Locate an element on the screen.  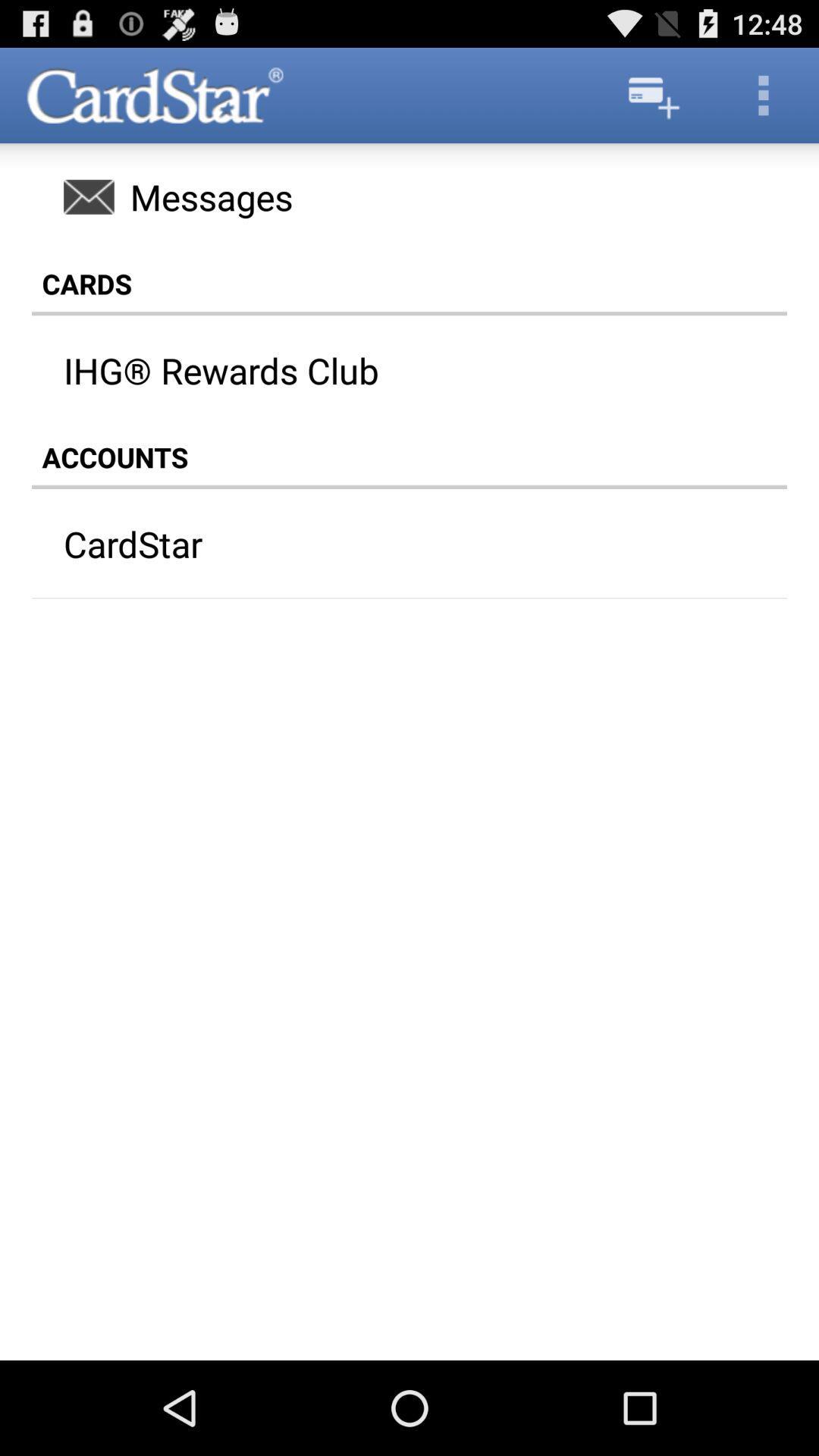
messages app is located at coordinates (409, 196).